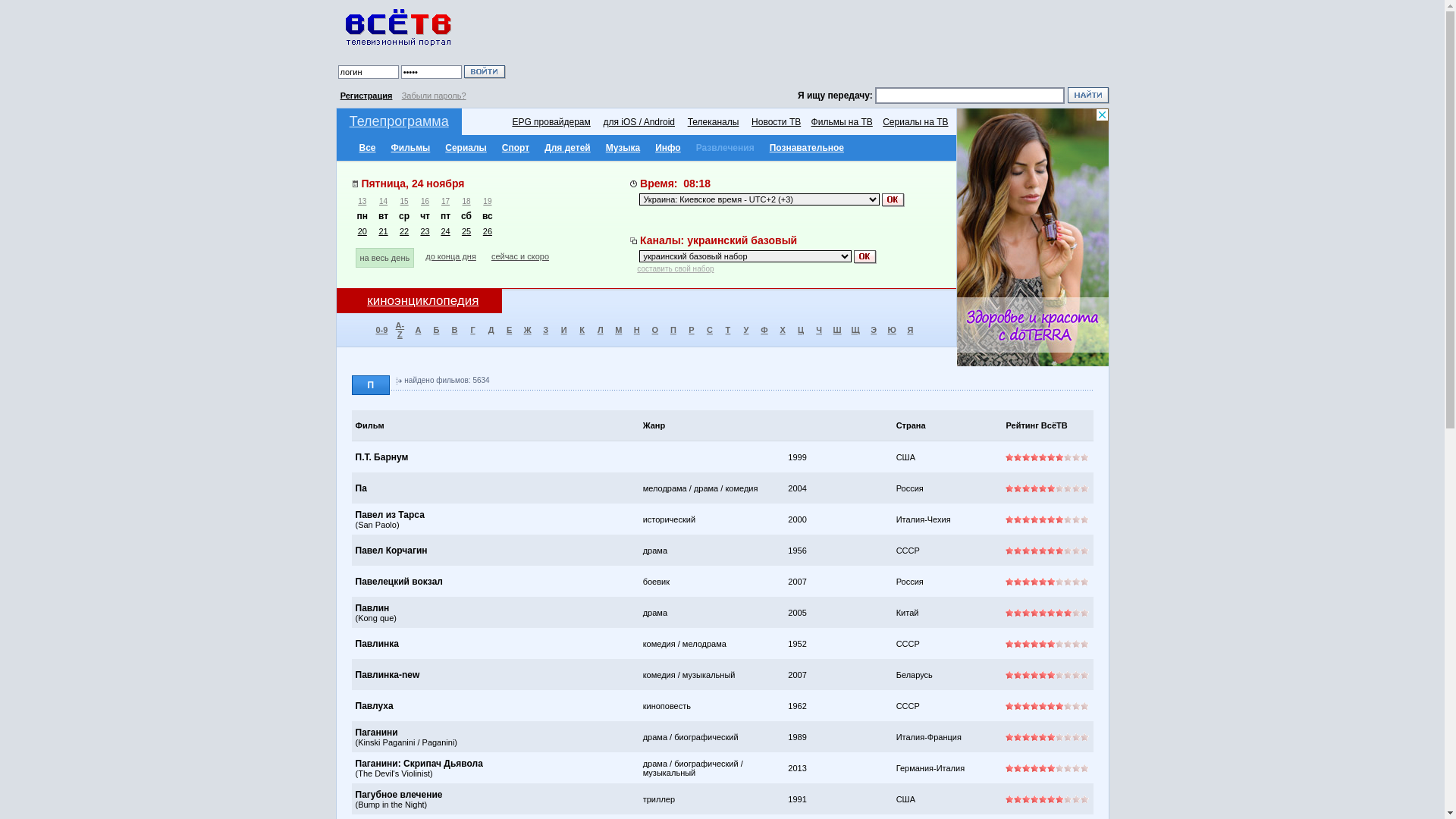 The width and height of the screenshot is (1456, 819). Describe the element at coordinates (362, 231) in the screenshot. I see `'20'` at that location.